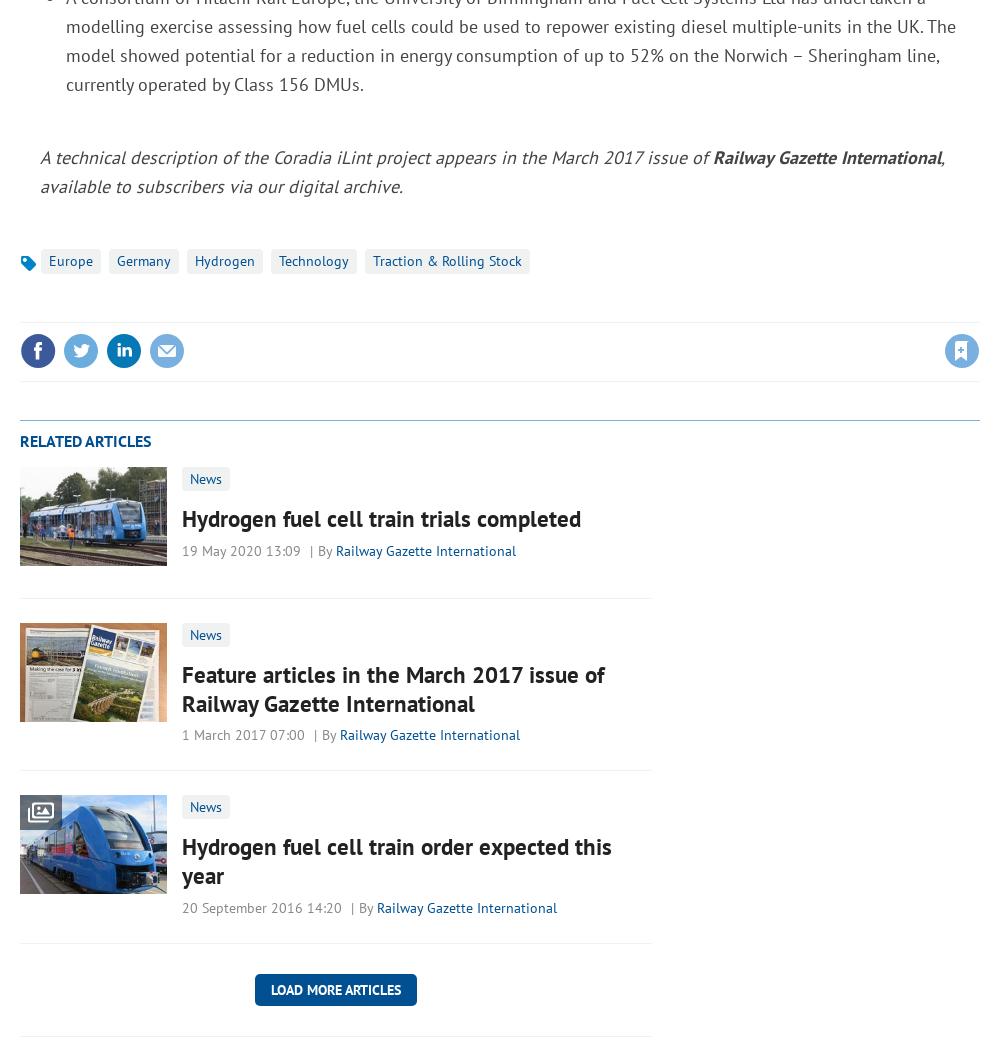 The width and height of the screenshot is (1000, 1062). I want to click on '20 September 2016 14:20', so click(261, 907).